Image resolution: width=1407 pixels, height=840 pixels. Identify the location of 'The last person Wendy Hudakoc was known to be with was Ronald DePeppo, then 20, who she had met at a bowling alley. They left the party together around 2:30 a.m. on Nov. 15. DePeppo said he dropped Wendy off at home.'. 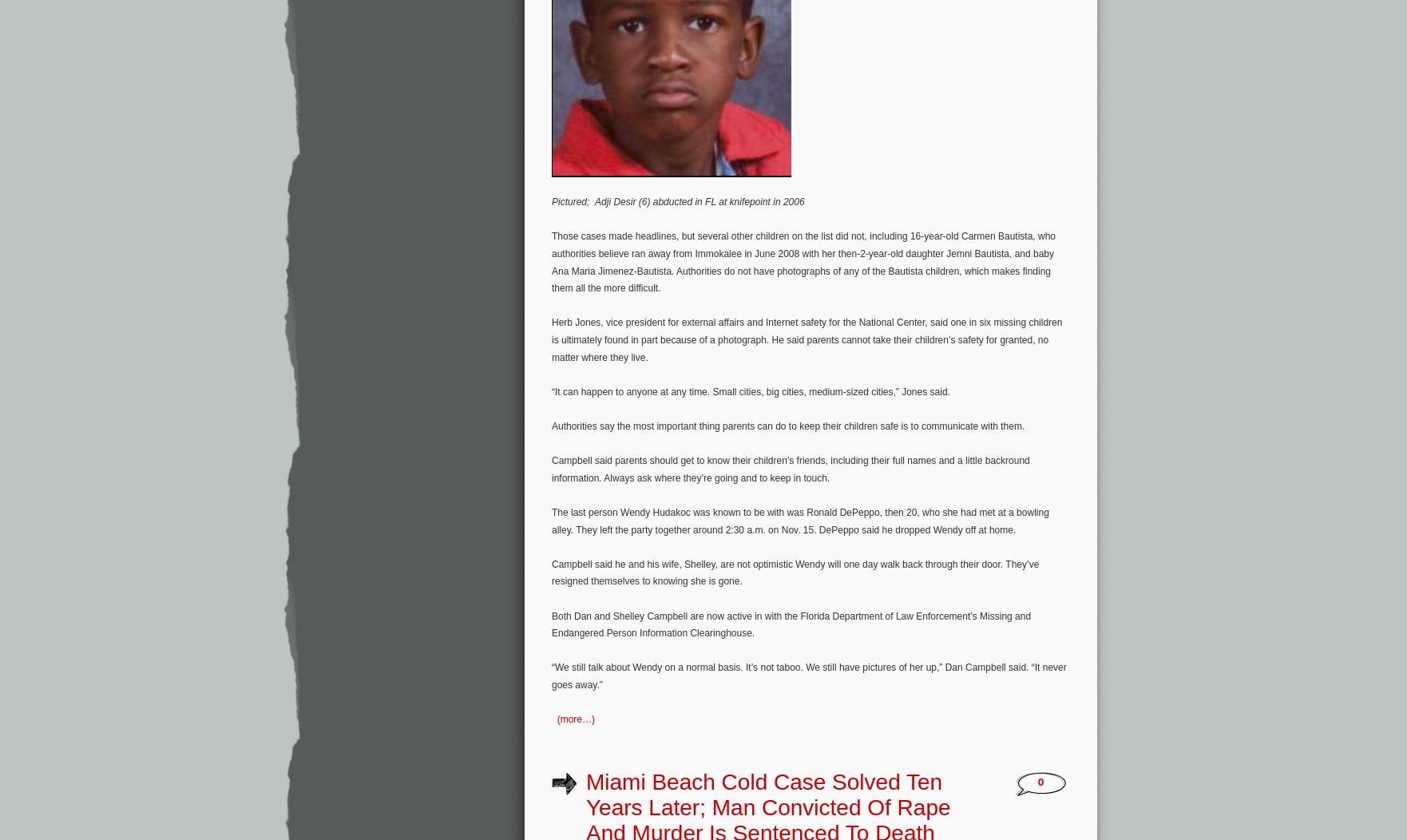
(800, 521).